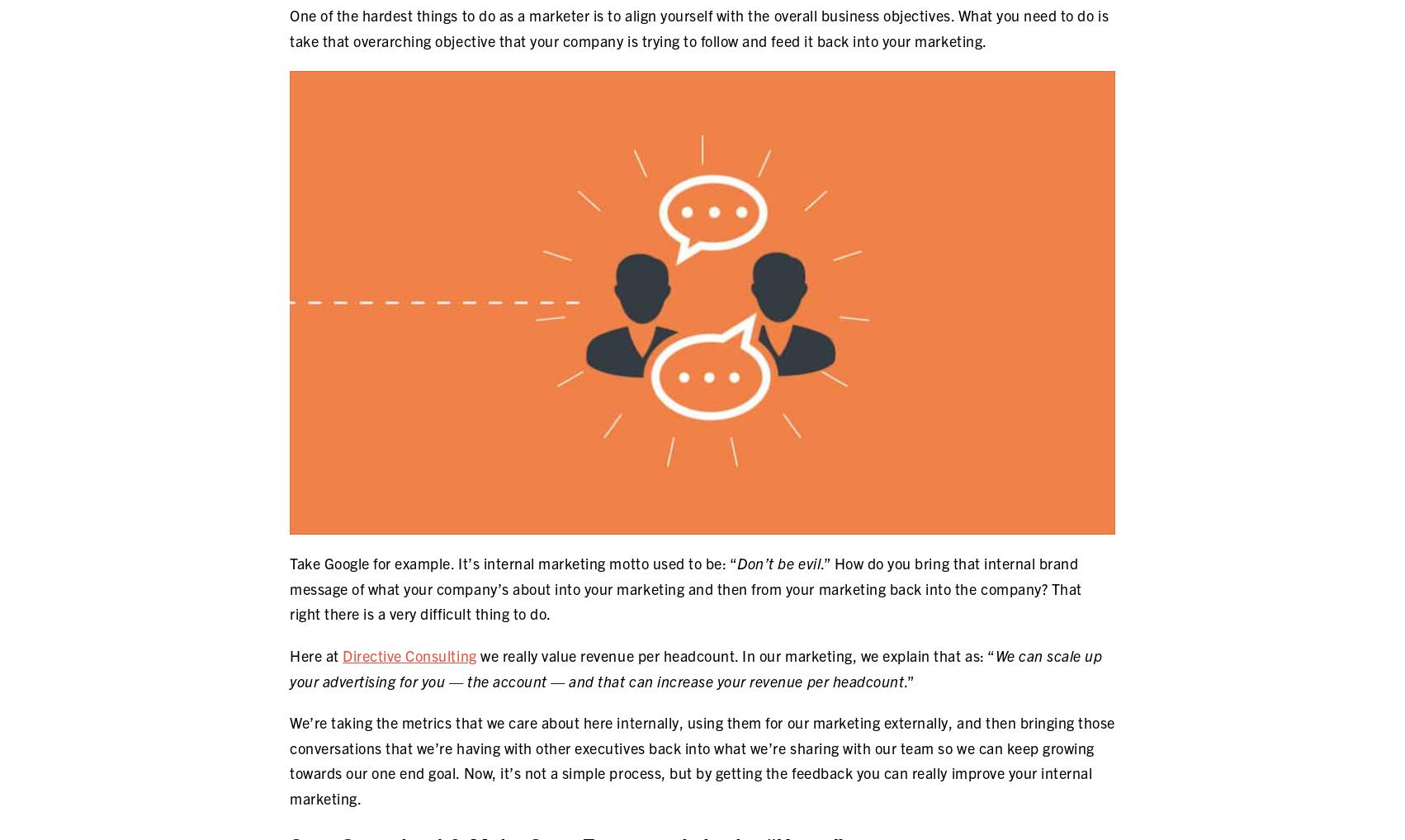  What do you see at coordinates (315, 654) in the screenshot?
I see `'Here at'` at bounding box center [315, 654].